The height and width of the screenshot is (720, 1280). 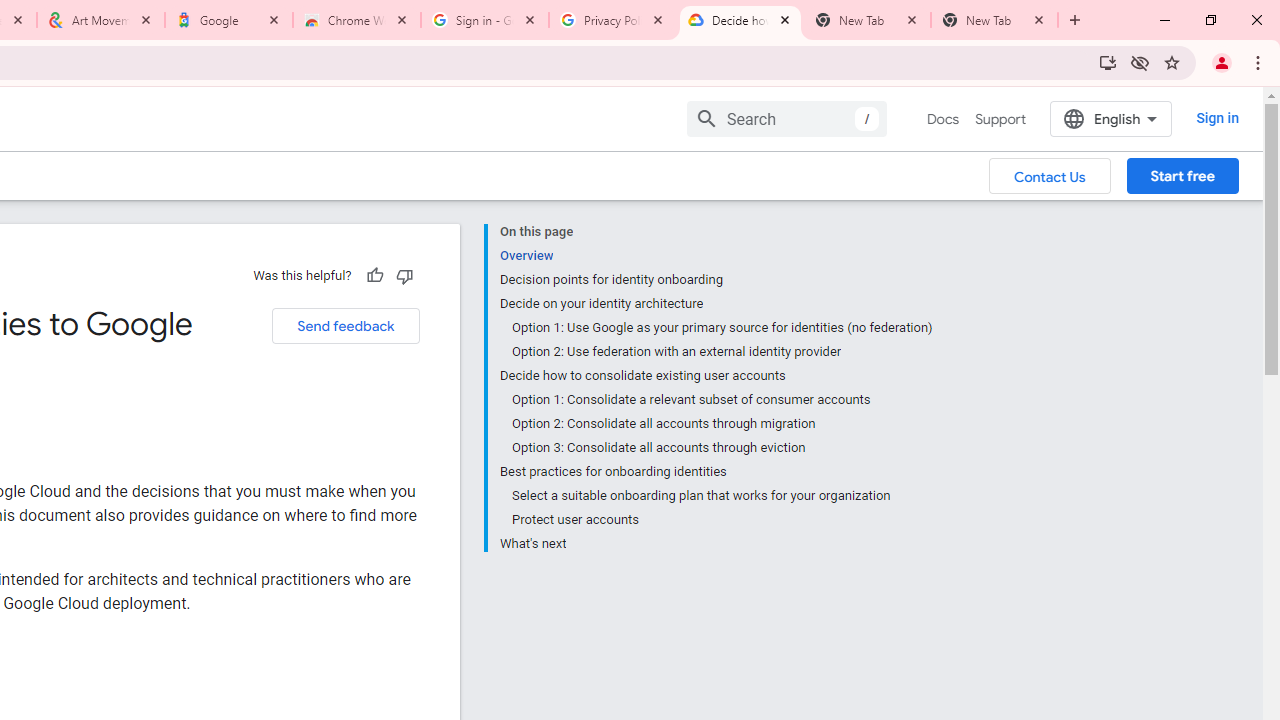 What do you see at coordinates (1000, 119) in the screenshot?
I see `'Support'` at bounding box center [1000, 119].